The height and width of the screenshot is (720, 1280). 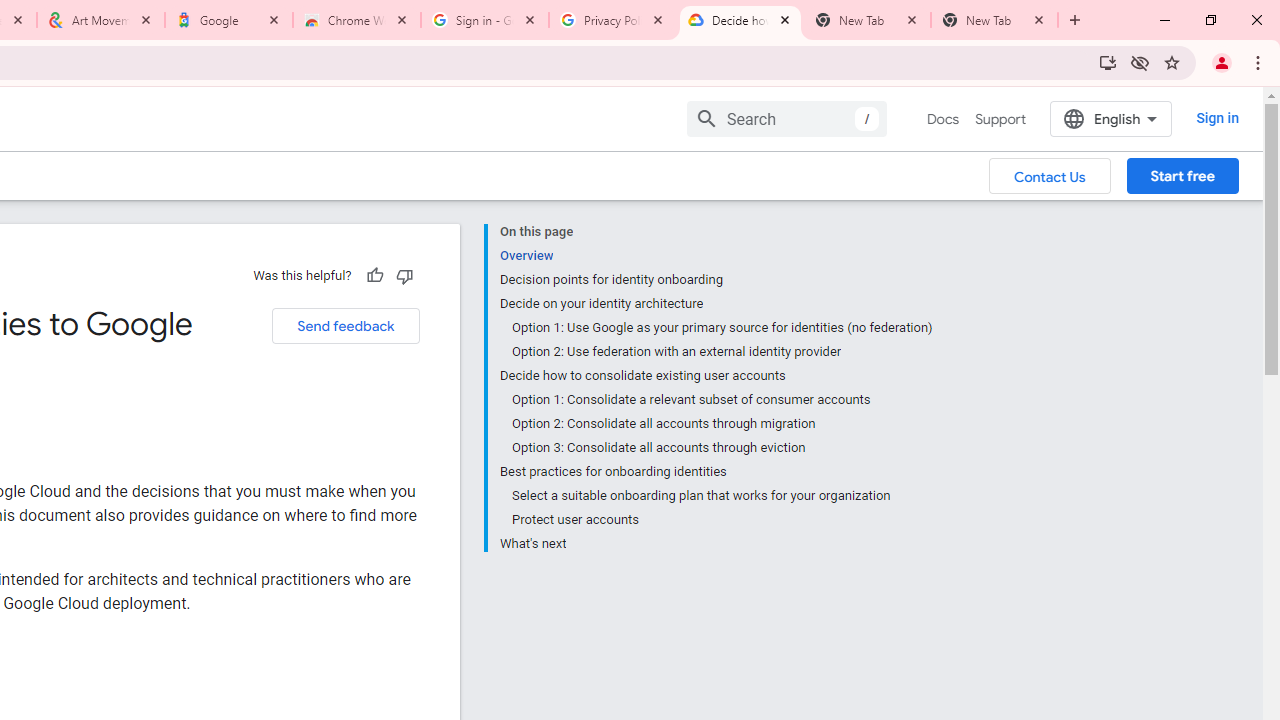 What do you see at coordinates (1000, 119) in the screenshot?
I see `'Support'` at bounding box center [1000, 119].